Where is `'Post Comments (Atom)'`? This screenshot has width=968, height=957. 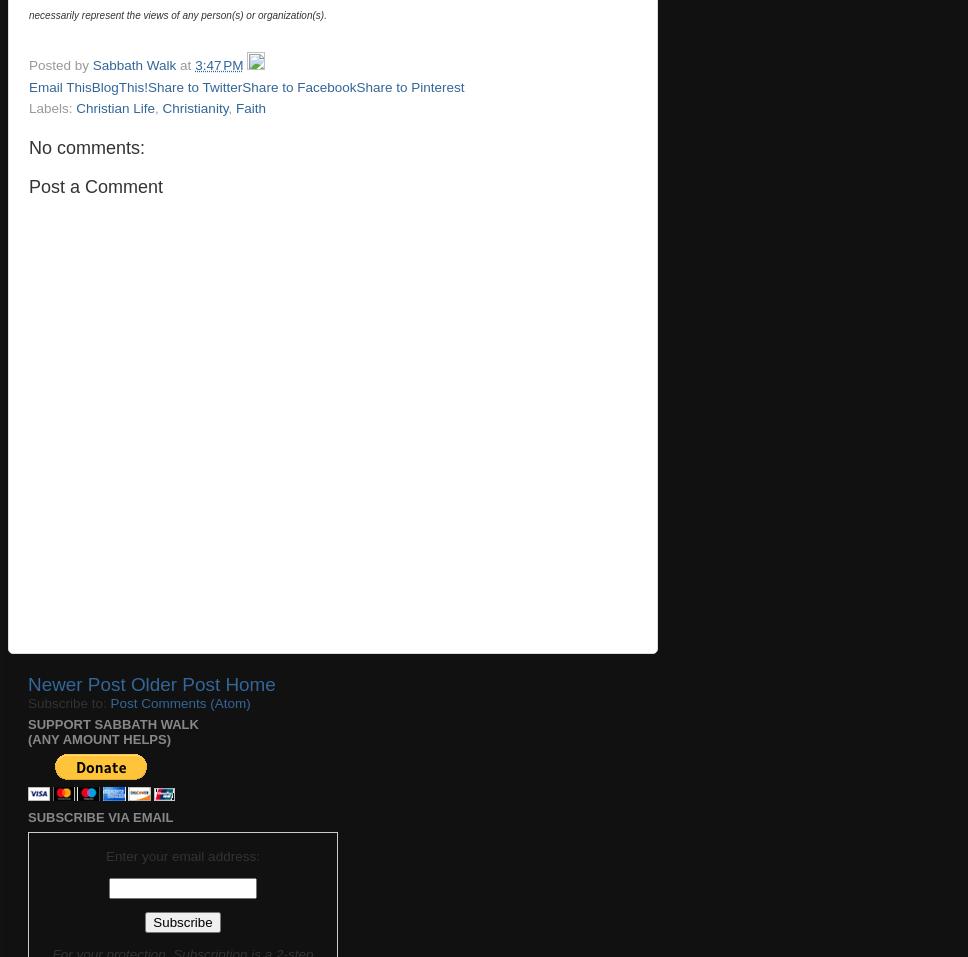 'Post Comments (Atom)' is located at coordinates (180, 702).